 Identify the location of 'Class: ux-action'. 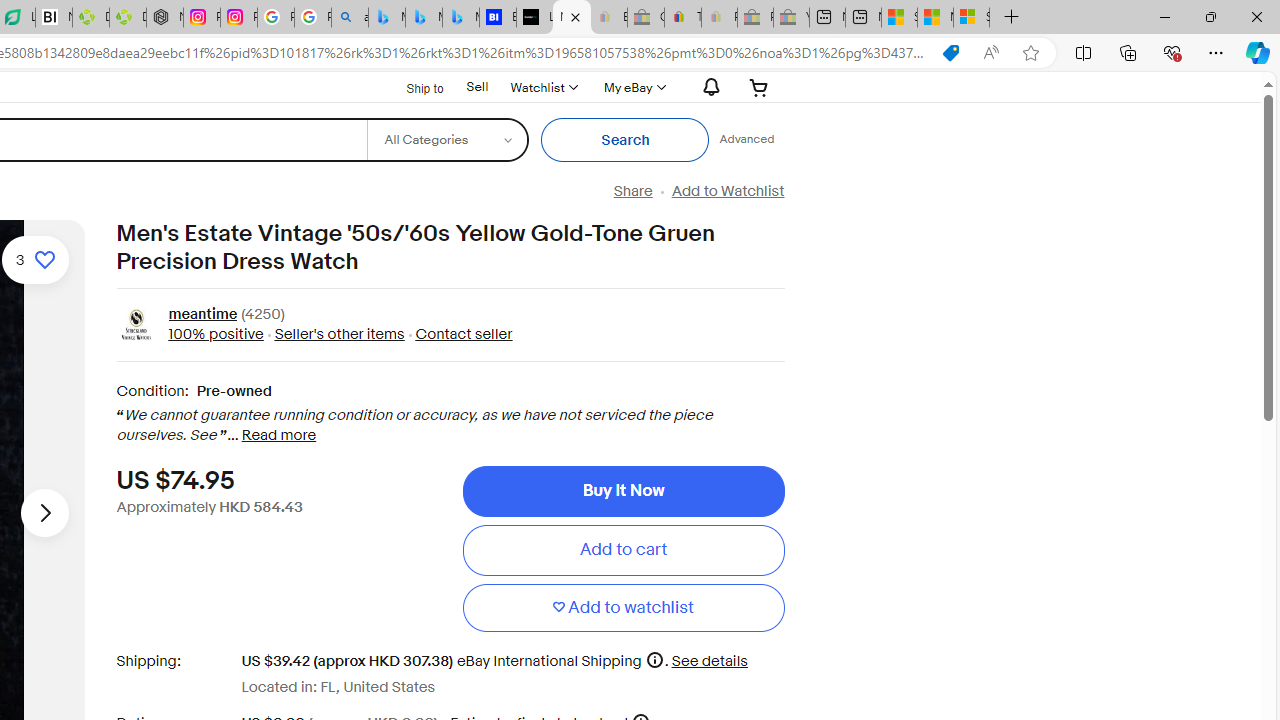
(135, 324).